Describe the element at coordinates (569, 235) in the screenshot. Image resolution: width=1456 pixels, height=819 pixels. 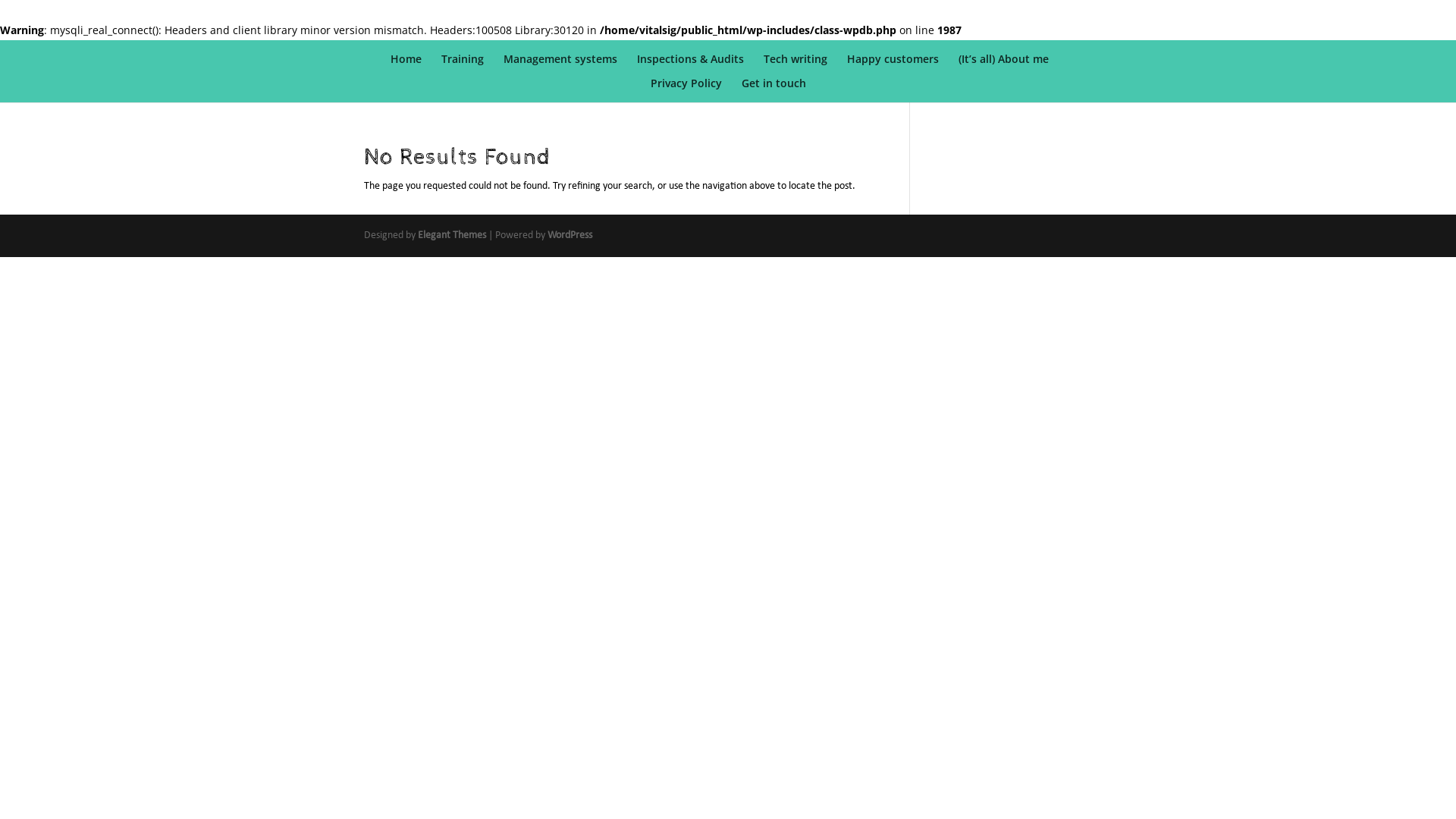
I see `'WordPress'` at that location.